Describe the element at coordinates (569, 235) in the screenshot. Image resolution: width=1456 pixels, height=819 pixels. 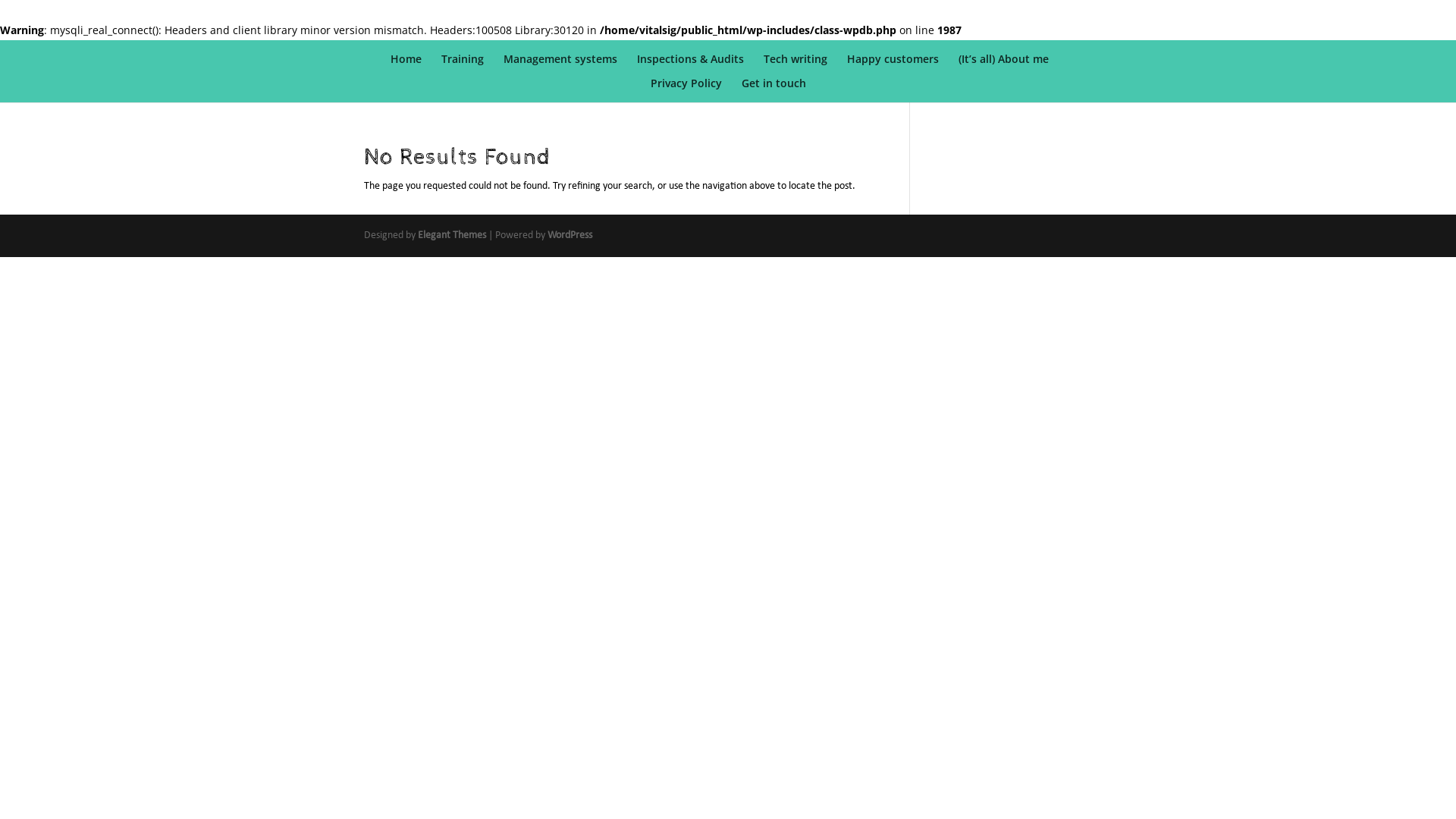
I see `'WordPress'` at that location.